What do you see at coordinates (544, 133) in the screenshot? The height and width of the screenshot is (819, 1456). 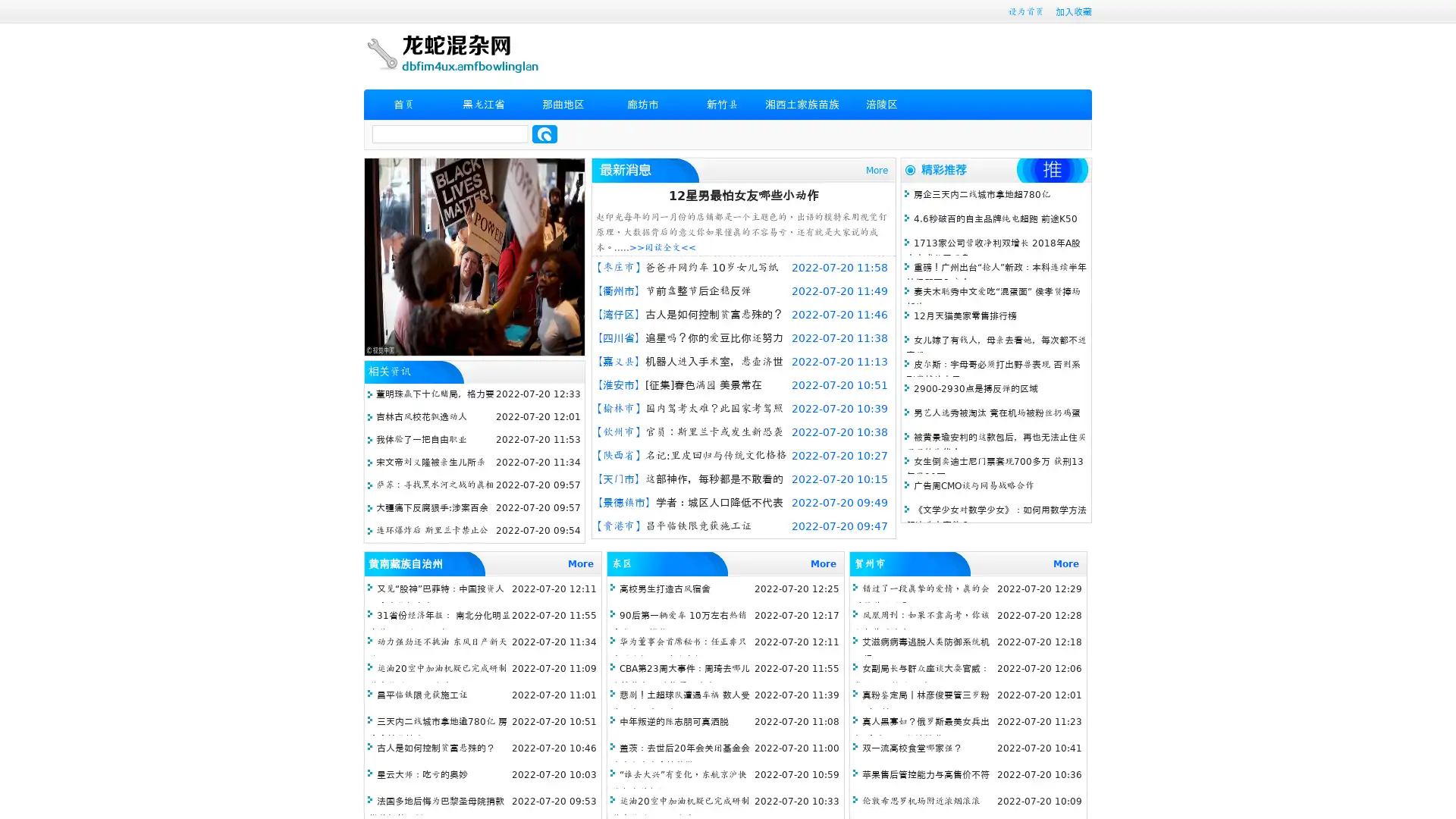 I see `Search` at bounding box center [544, 133].